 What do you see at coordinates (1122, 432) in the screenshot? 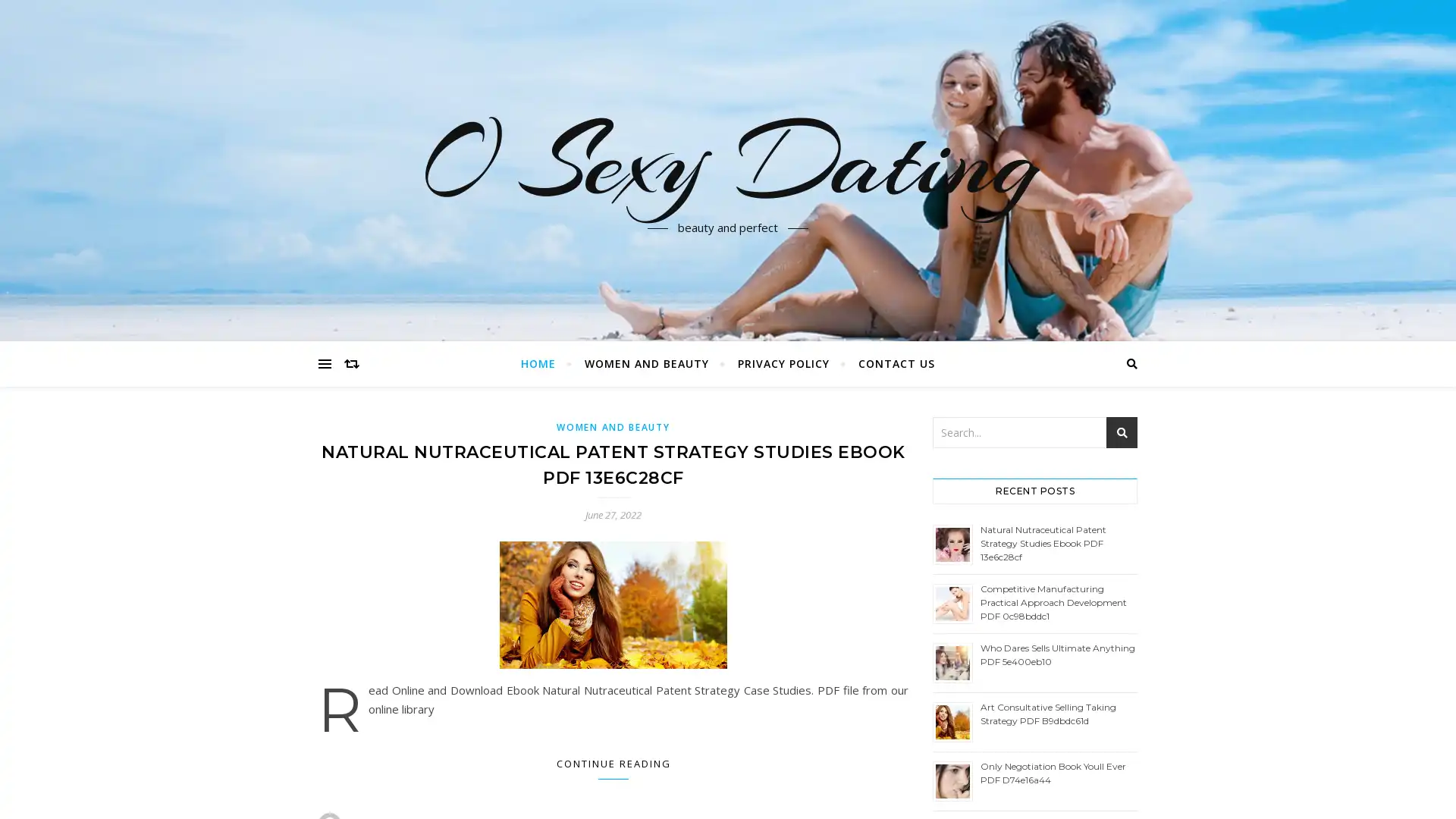
I see `st` at bounding box center [1122, 432].